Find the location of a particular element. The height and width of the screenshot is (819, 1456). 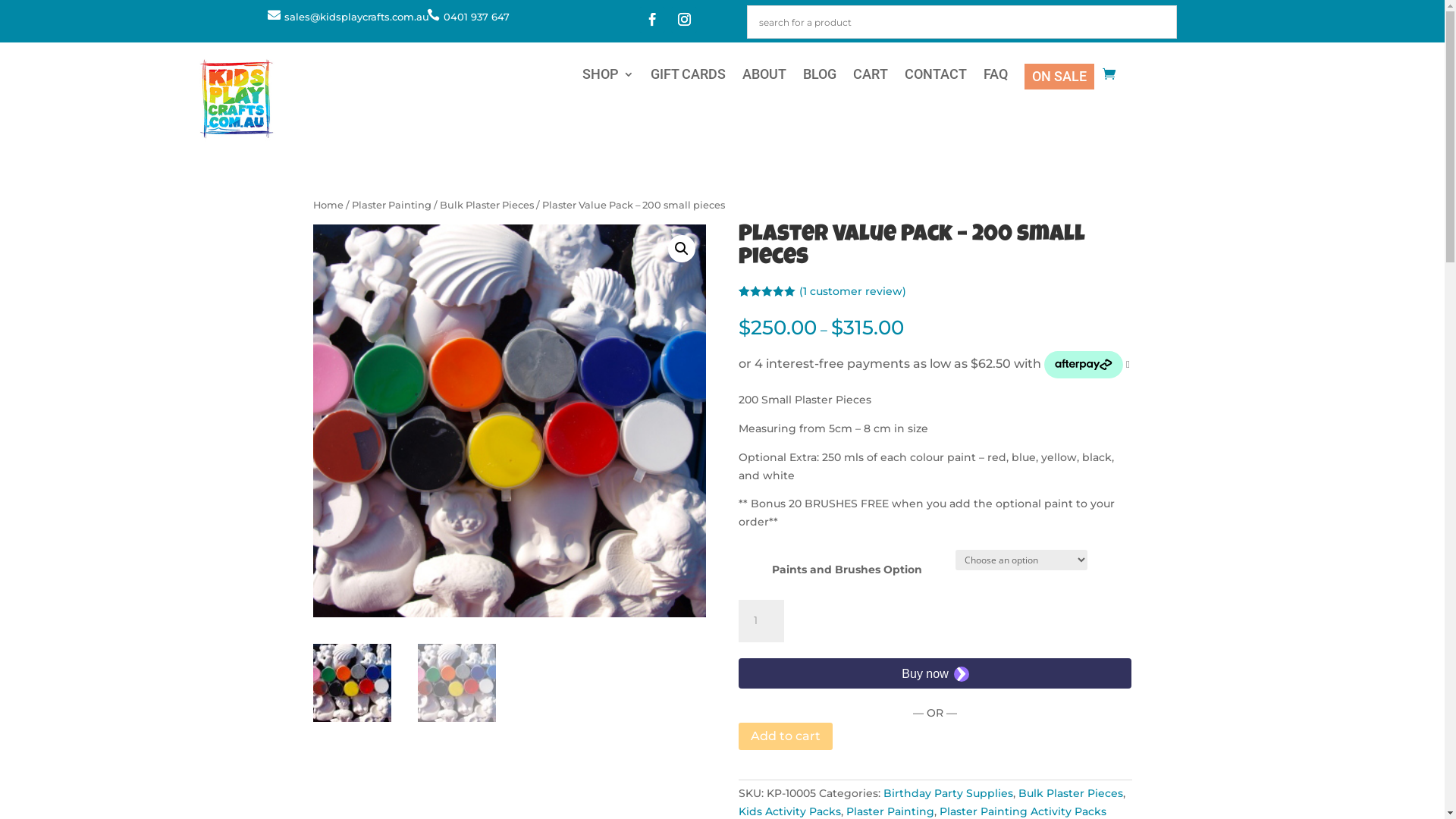

'Birthday Party Supplies' is located at coordinates (947, 792).